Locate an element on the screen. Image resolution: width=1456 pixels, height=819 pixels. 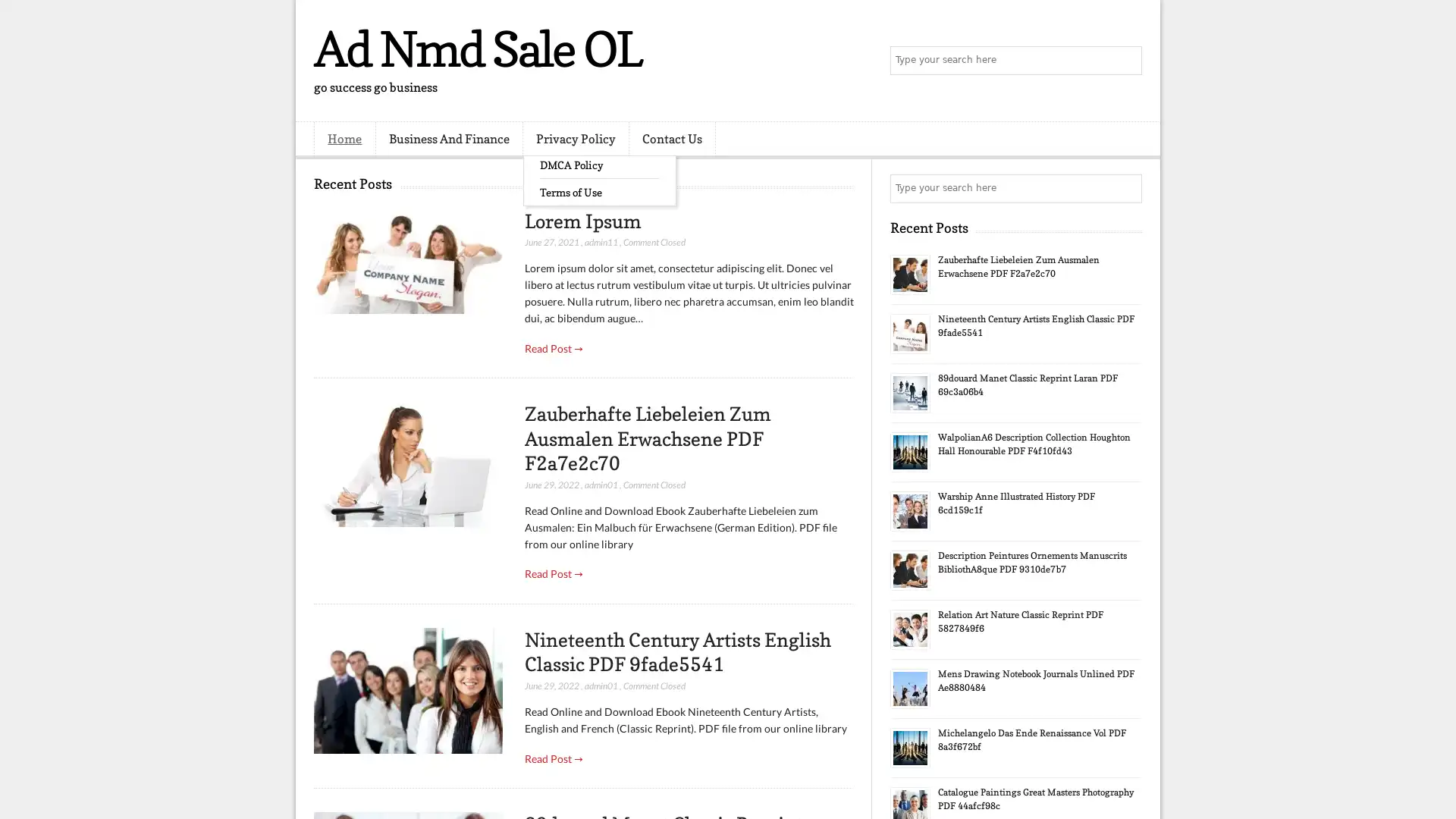
Search is located at coordinates (1126, 188).